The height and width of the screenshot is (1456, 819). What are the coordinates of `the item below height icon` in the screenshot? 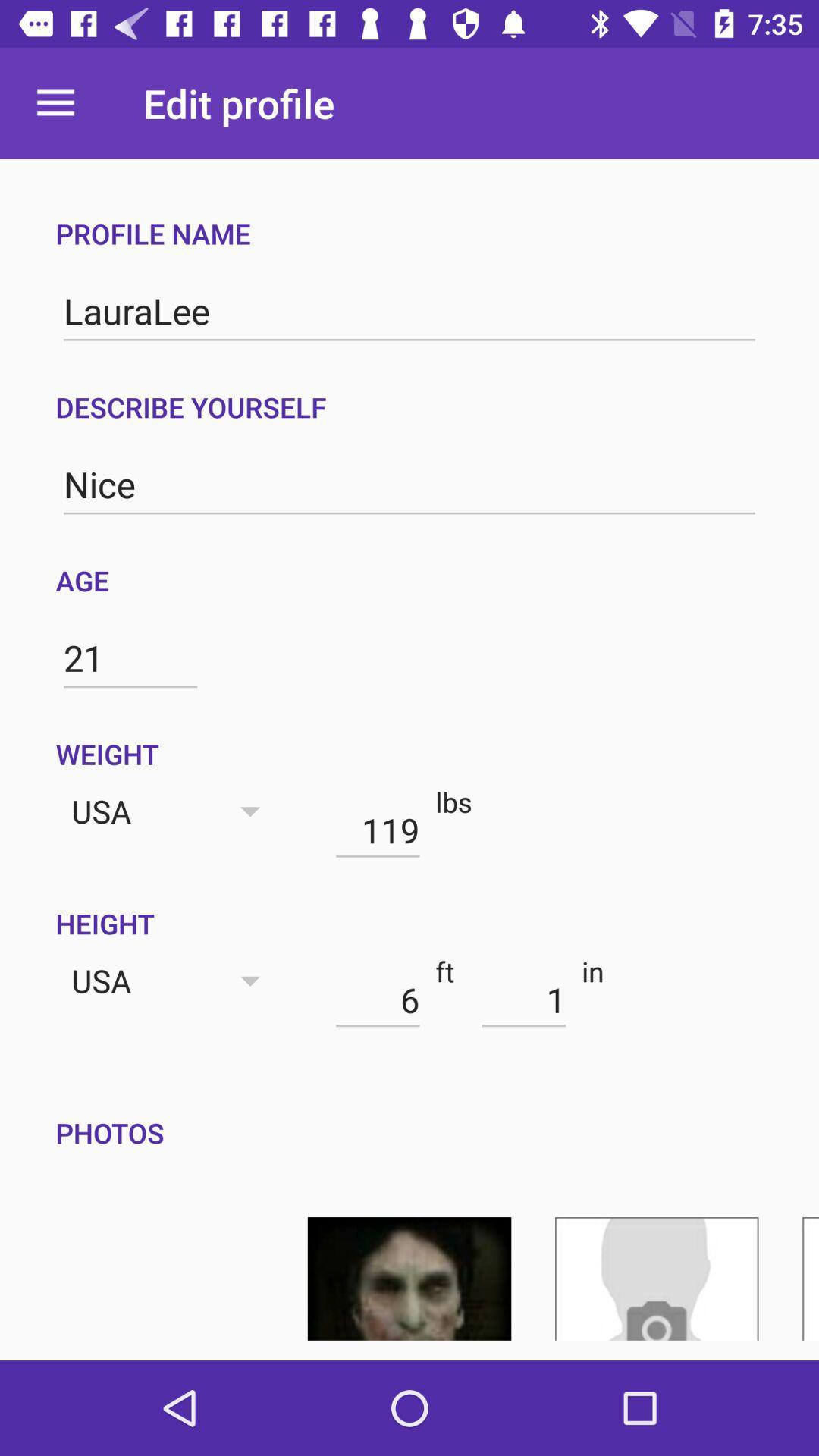 It's located at (523, 999).